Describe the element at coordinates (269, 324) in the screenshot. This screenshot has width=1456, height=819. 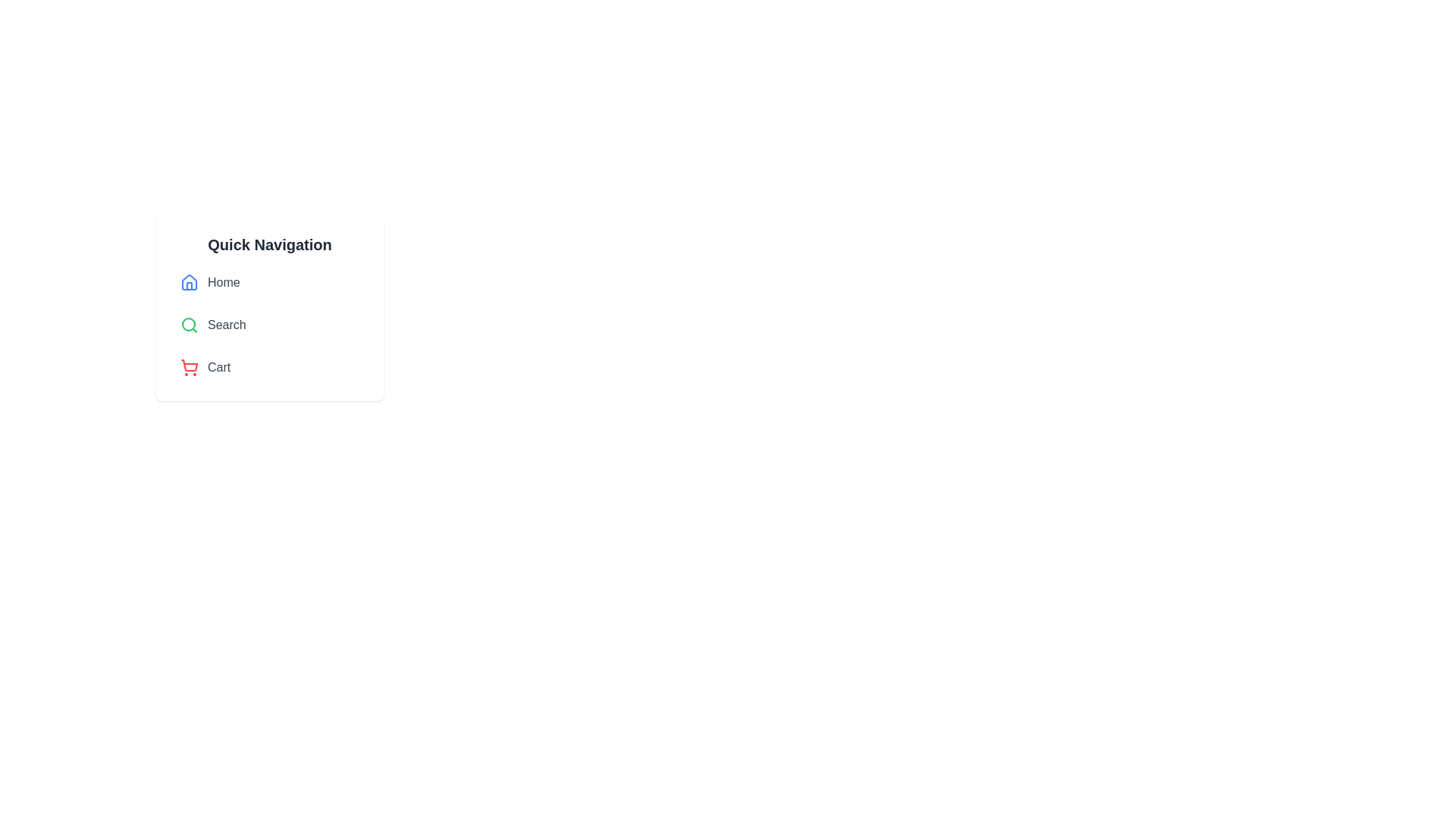
I see `the navigation menu` at that location.